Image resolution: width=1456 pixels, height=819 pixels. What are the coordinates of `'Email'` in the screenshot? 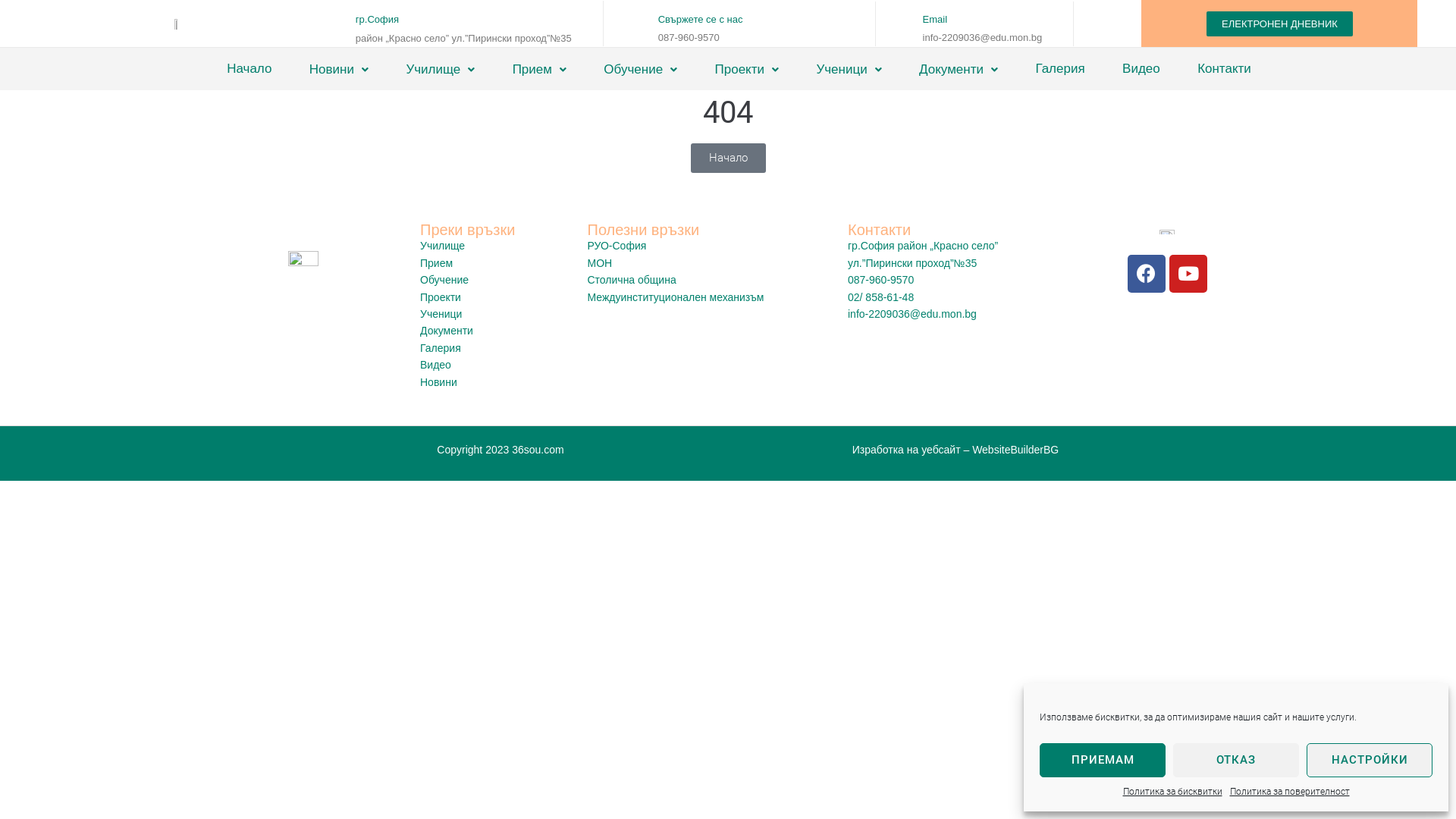 It's located at (934, 19).